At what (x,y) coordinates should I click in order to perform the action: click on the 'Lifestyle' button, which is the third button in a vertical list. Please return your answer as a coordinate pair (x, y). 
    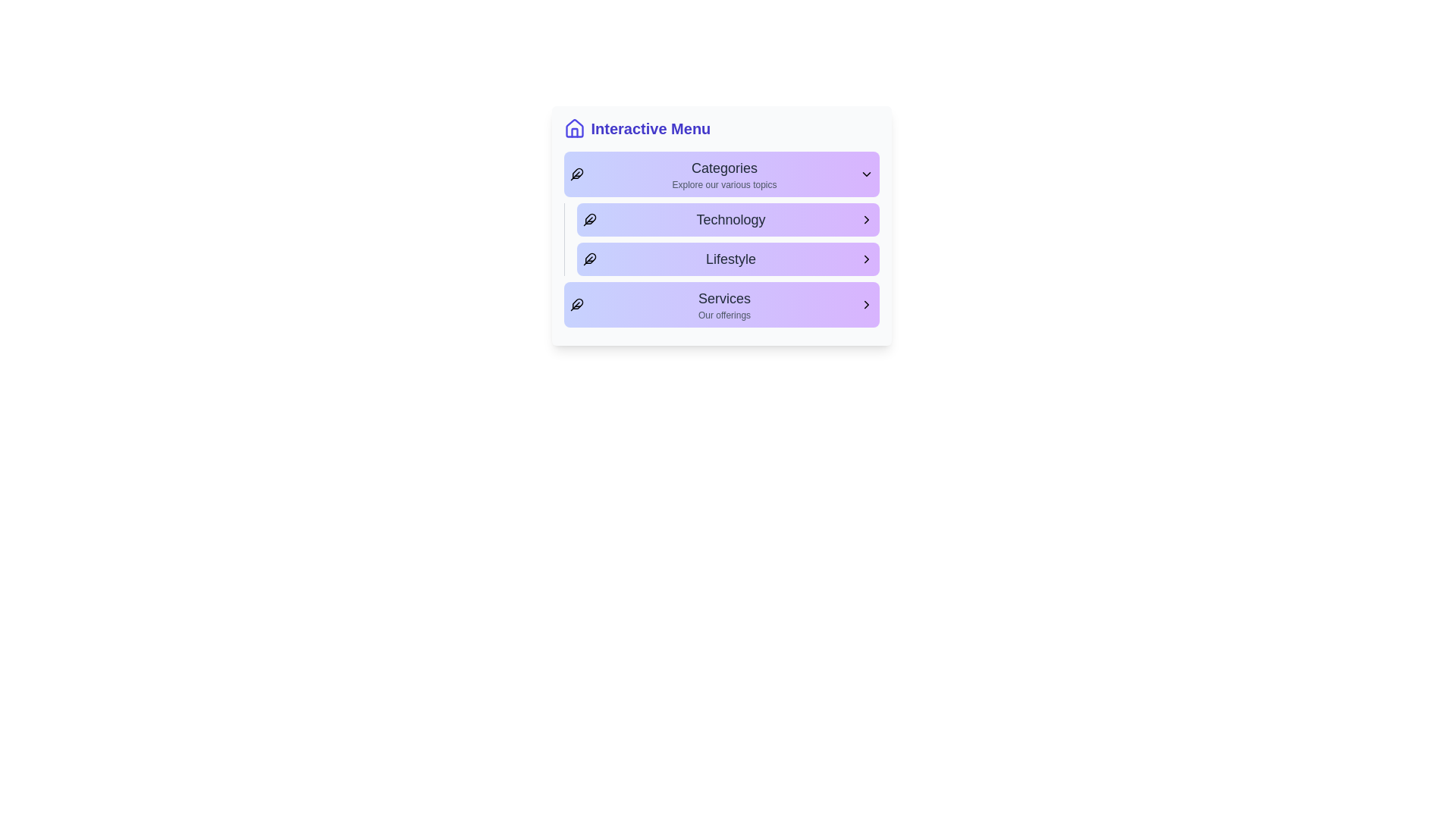
    Looking at the image, I should click on (728, 259).